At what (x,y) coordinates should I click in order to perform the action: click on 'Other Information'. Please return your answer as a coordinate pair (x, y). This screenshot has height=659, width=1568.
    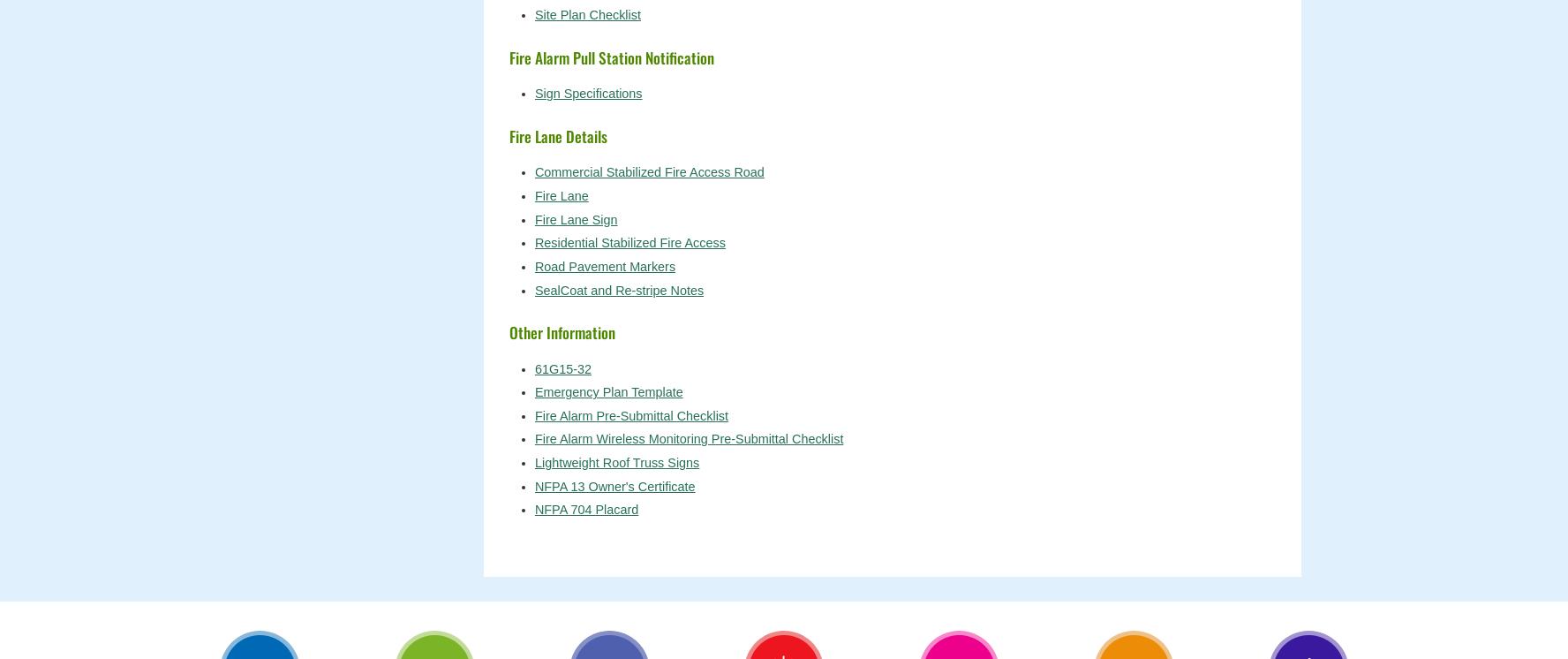
    Looking at the image, I should click on (562, 331).